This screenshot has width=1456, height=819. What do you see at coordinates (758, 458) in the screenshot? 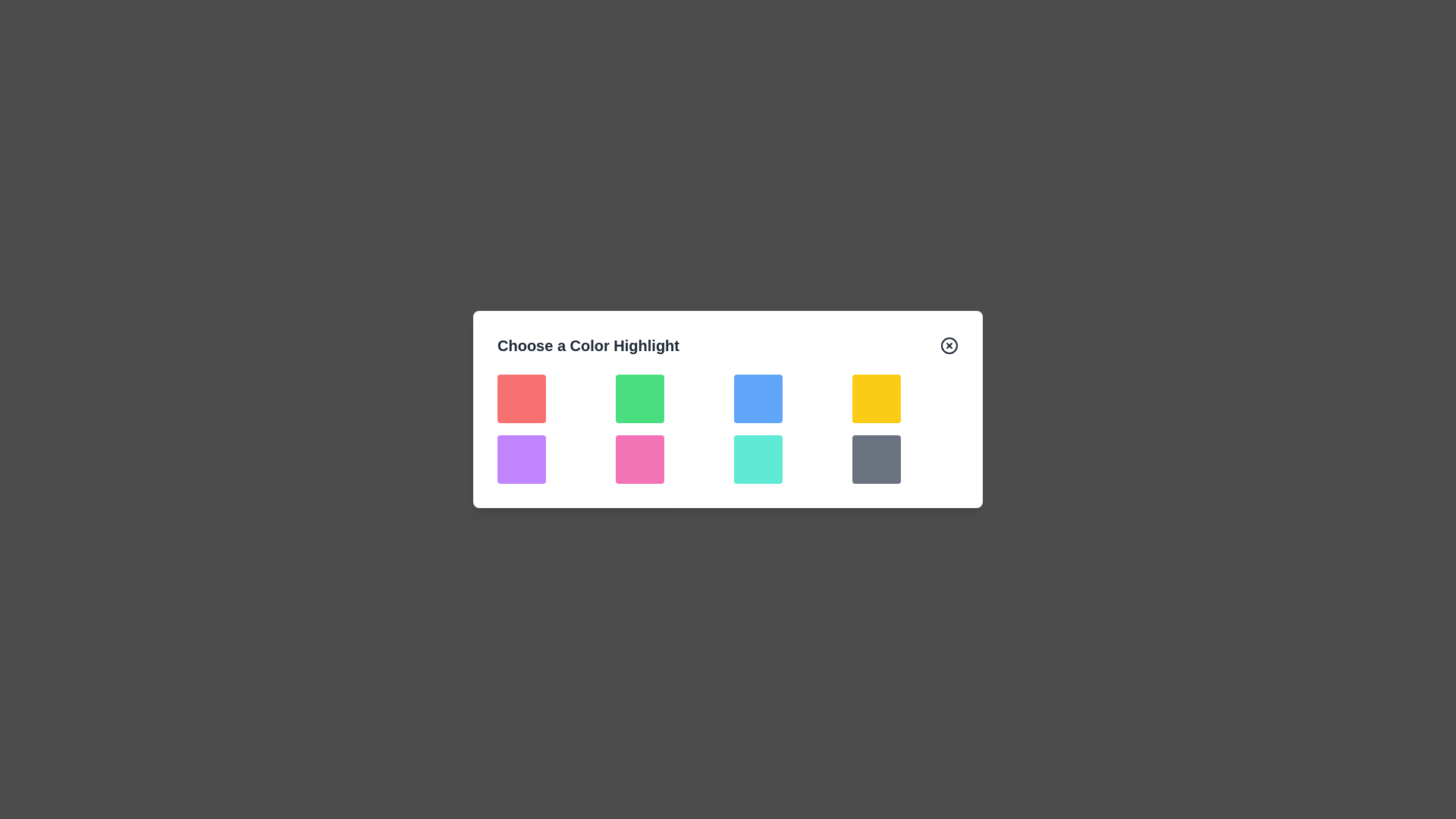
I see `the color block corresponding to teal` at bounding box center [758, 458].